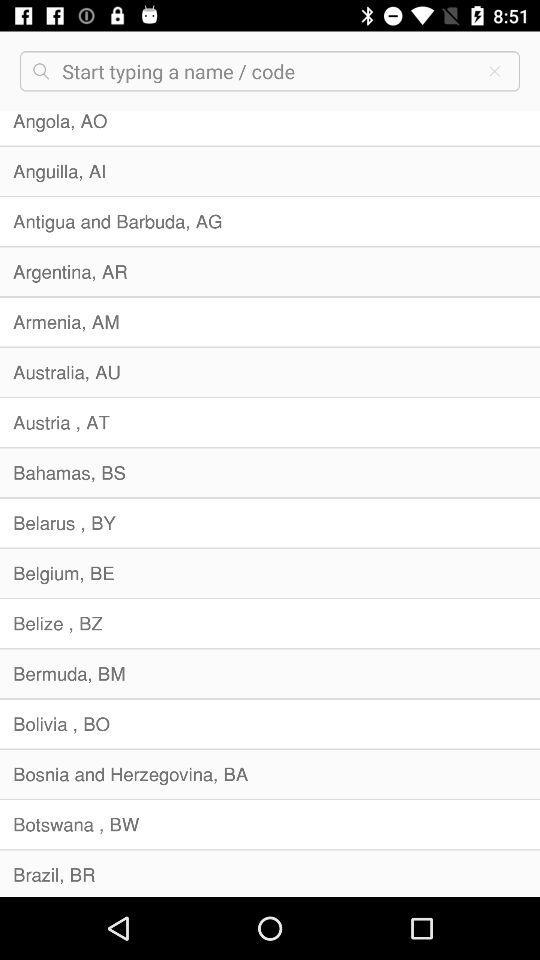  What do you see at coordinates (270, 221) in the screenshot?
I see `the antigua and barbuda icon` at bounding box center [270, 221].